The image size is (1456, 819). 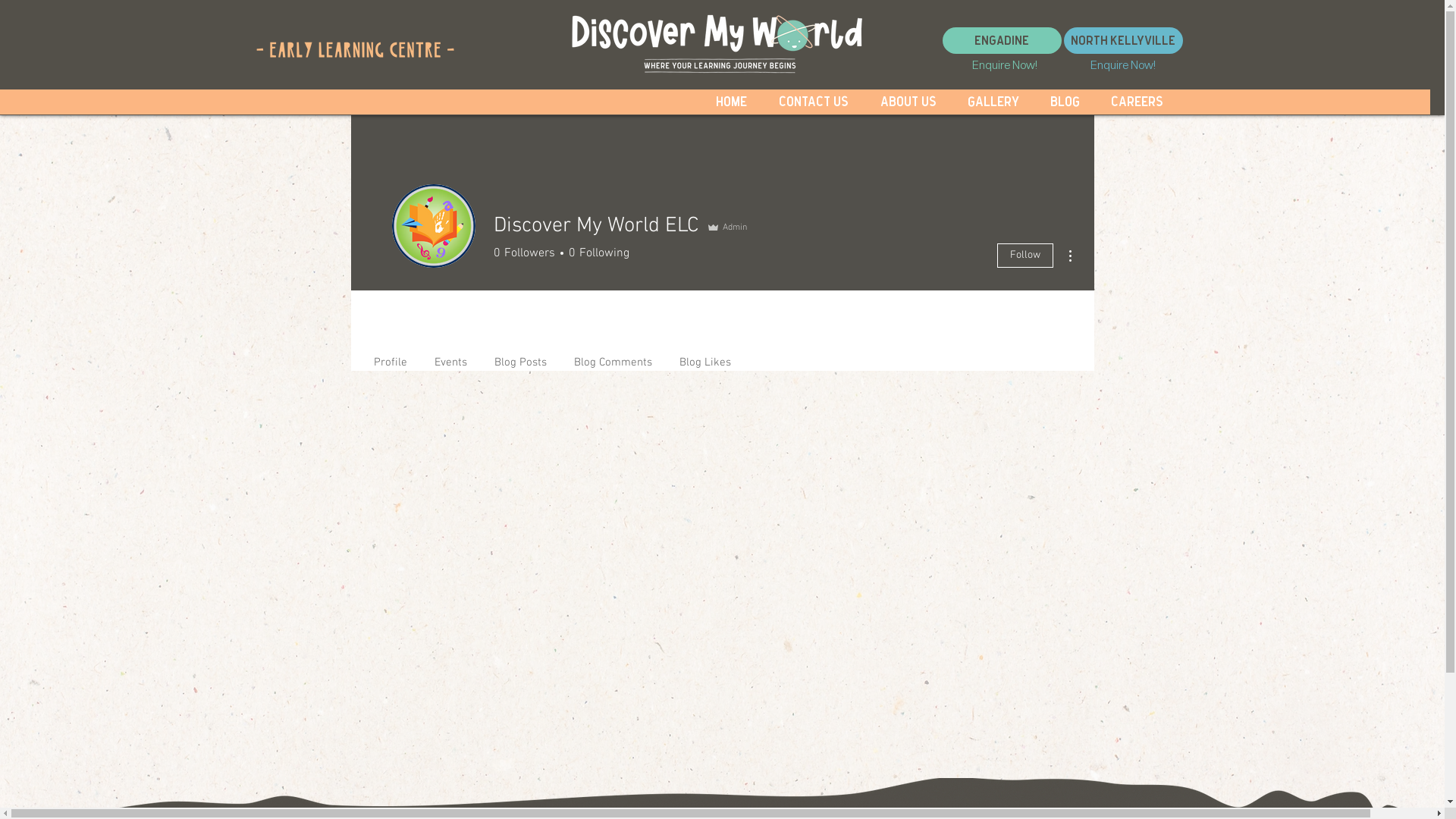 What do you see at coordinates (730, 102) in the screenshot?
I see `'Home'` at bounding box center [730, 102].